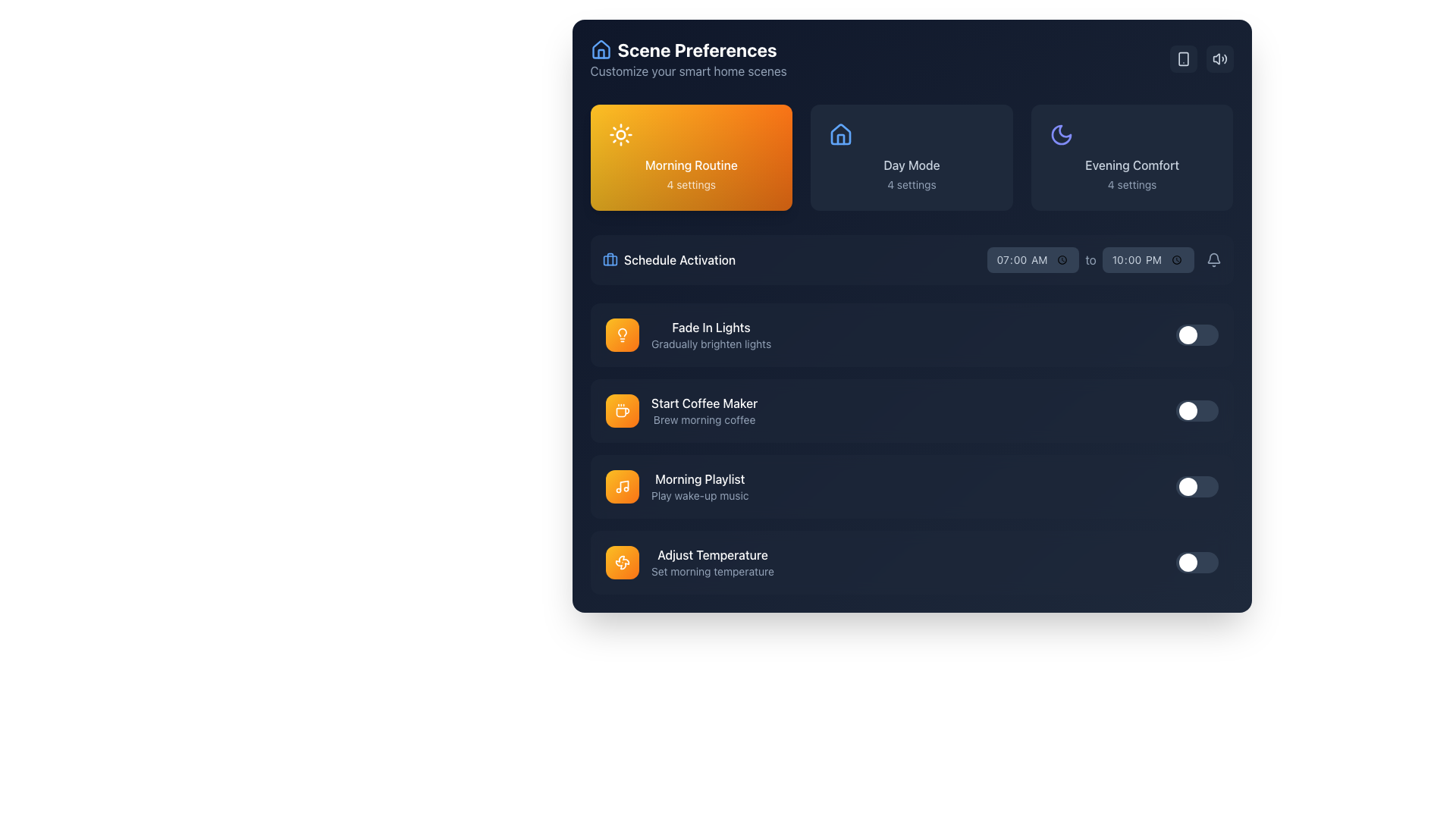  What do you see at coordinates (1148, 259) in the screenshot?
I see `the Time display/input box with the text '10:00 PM'` at bounding box center [1148, 259].